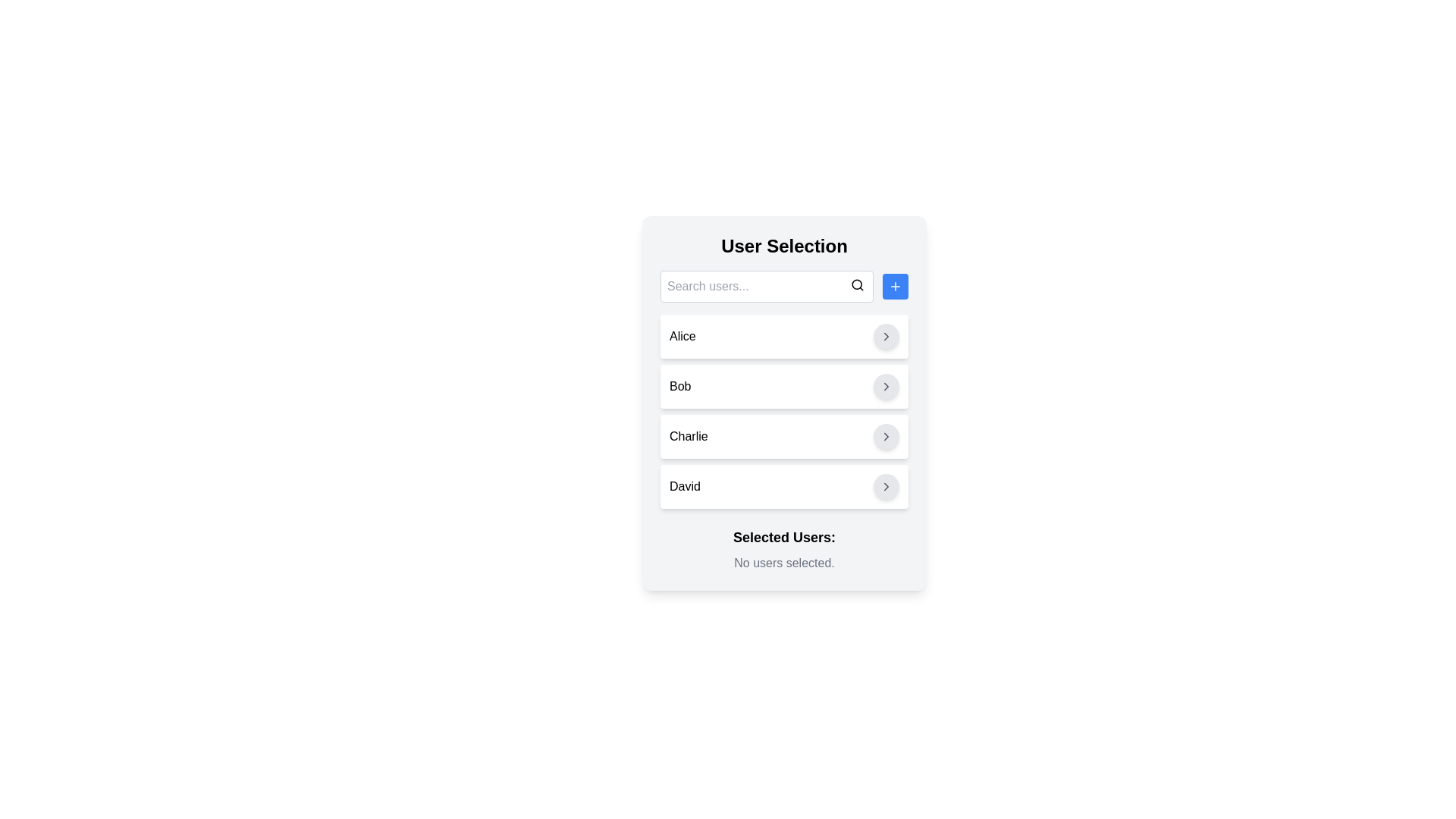  I want to click on the text label displaying 'Bob', so click(679, 385).